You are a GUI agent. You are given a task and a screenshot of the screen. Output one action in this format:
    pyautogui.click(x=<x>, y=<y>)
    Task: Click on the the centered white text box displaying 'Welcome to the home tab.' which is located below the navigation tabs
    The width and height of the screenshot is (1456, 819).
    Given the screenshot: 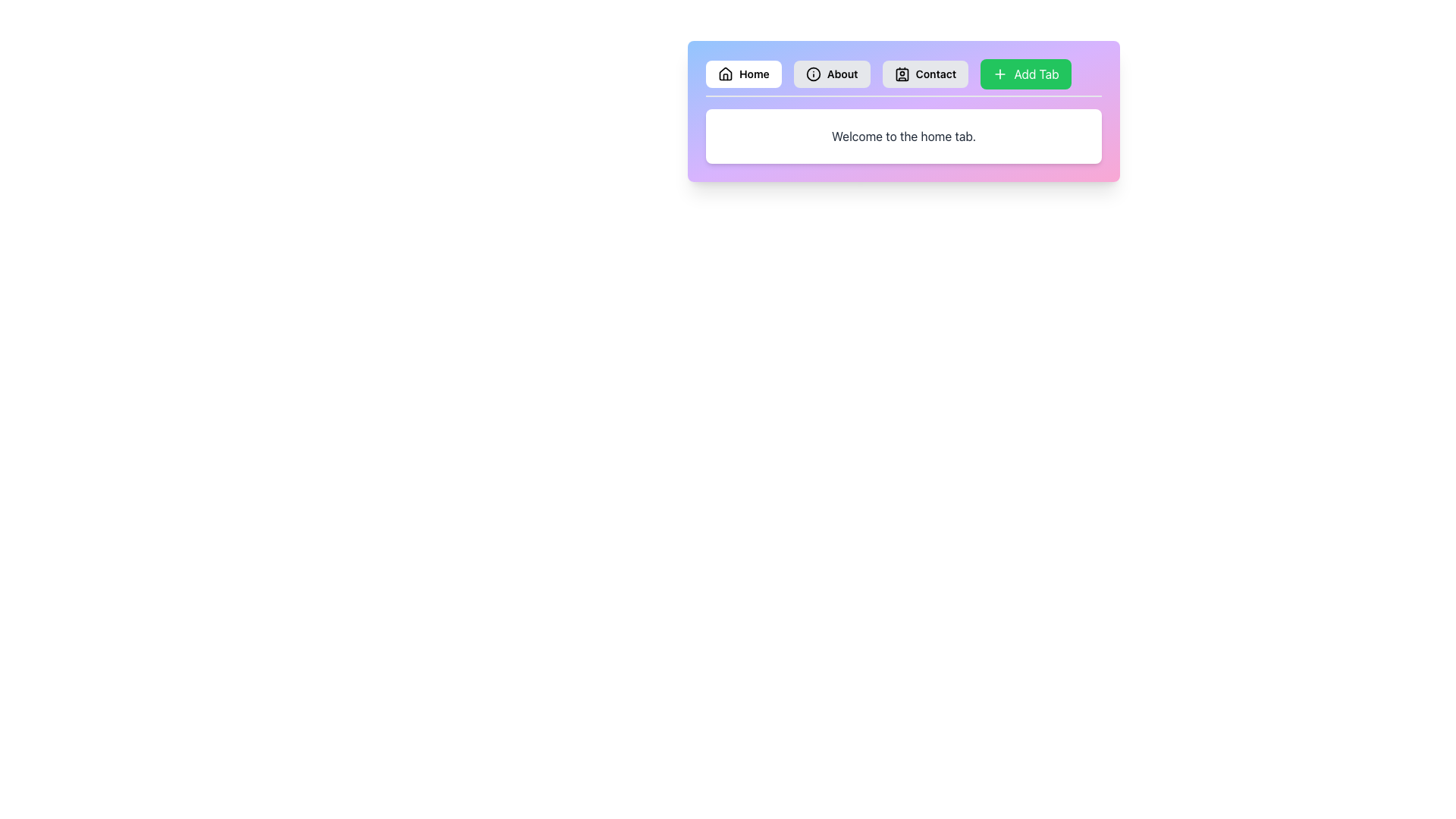 What is the action you would take?
    pyautogui.click(x=903, y=136)
    